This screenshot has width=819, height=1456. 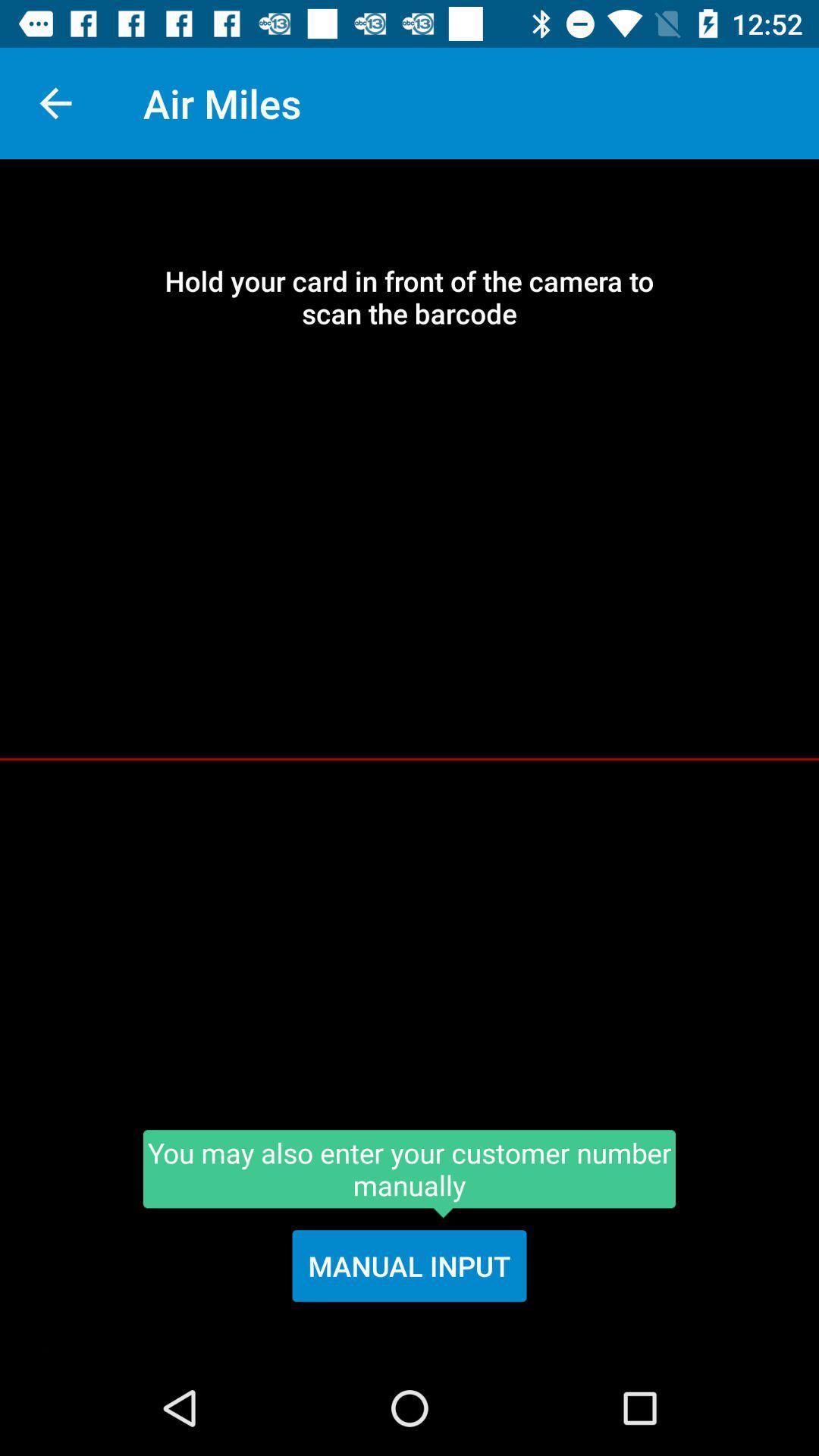 I want to click on the manual input icon, so click(x=409, y=1266).